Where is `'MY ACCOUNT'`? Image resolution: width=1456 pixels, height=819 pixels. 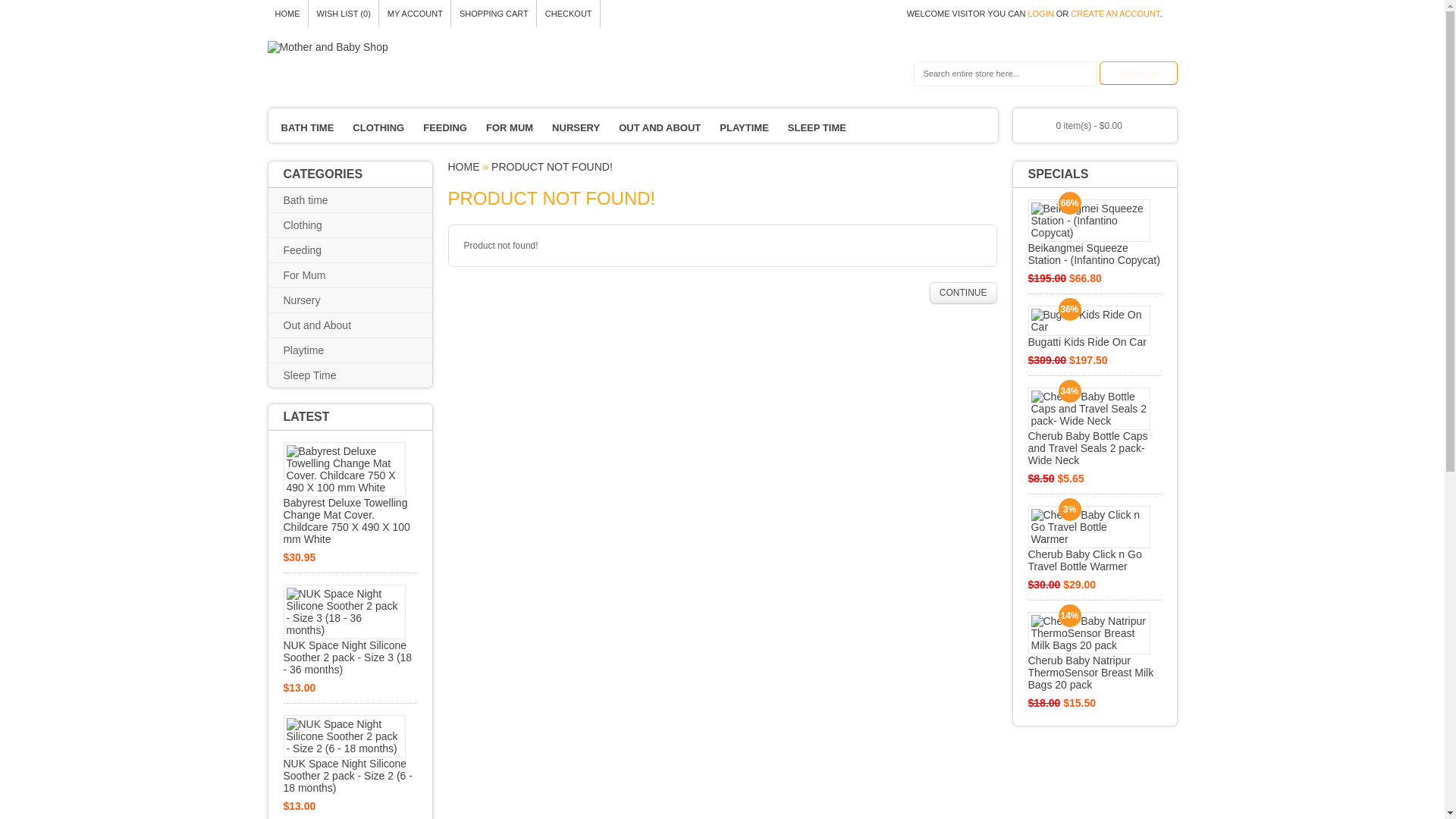
'MY ACCOUNT' is located at coordinates (415, 14).